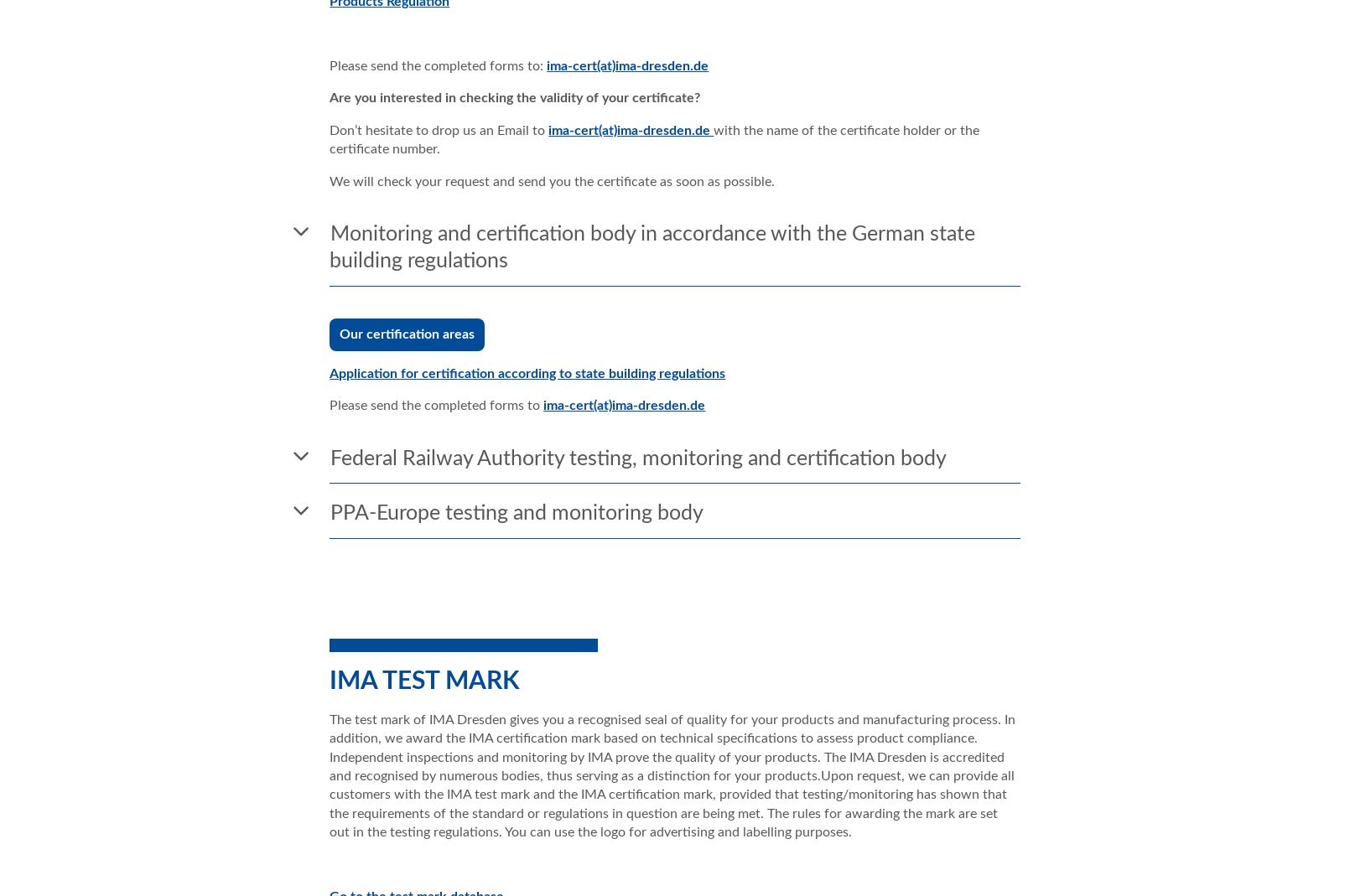 This screenshot has width=1350, height=896. I want to click on 'Federal Railway Authority testing, monitoring and certification body', so click(637, 458).